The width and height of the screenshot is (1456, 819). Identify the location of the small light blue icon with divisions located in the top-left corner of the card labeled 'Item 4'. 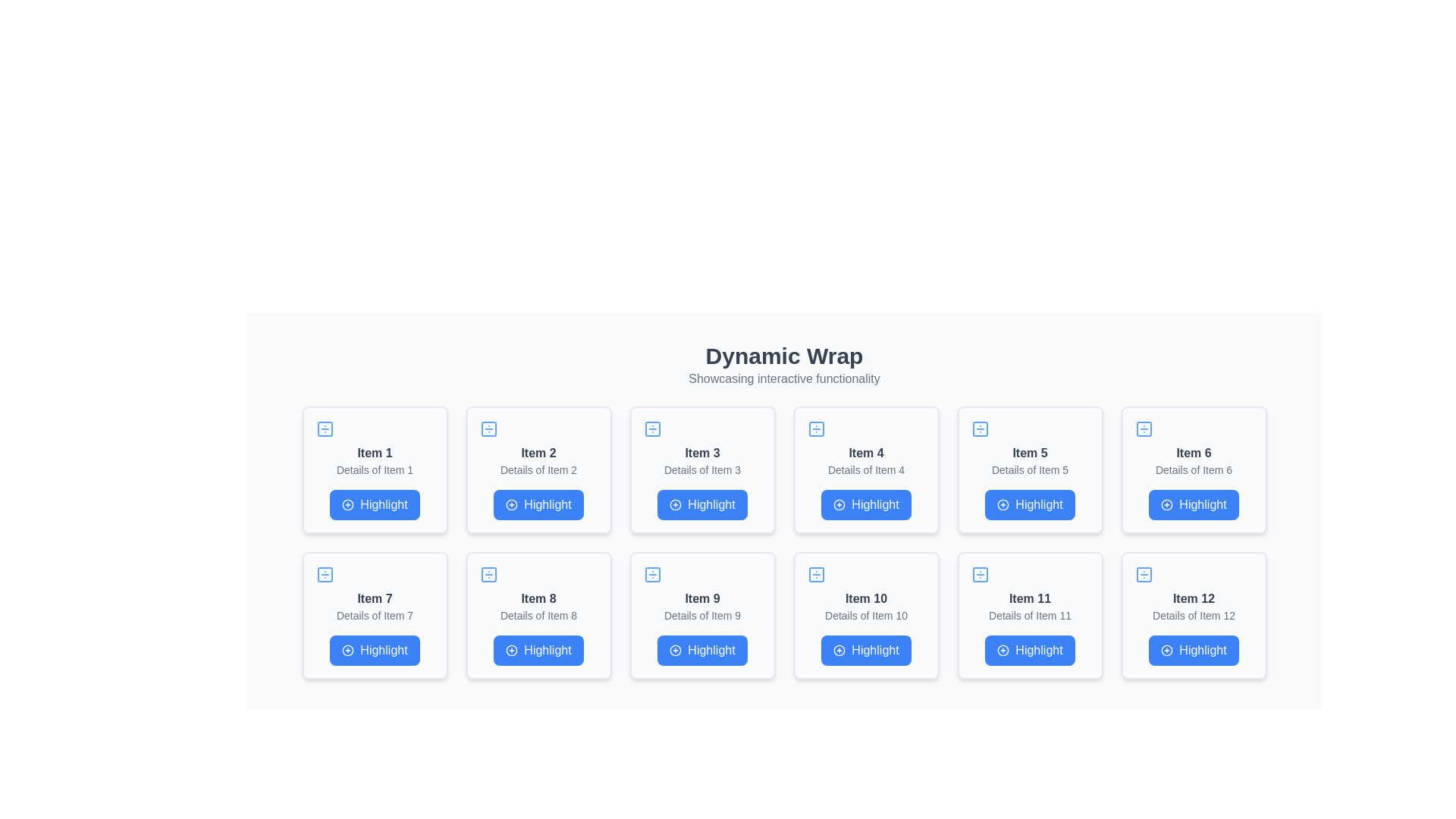
(815, 429).